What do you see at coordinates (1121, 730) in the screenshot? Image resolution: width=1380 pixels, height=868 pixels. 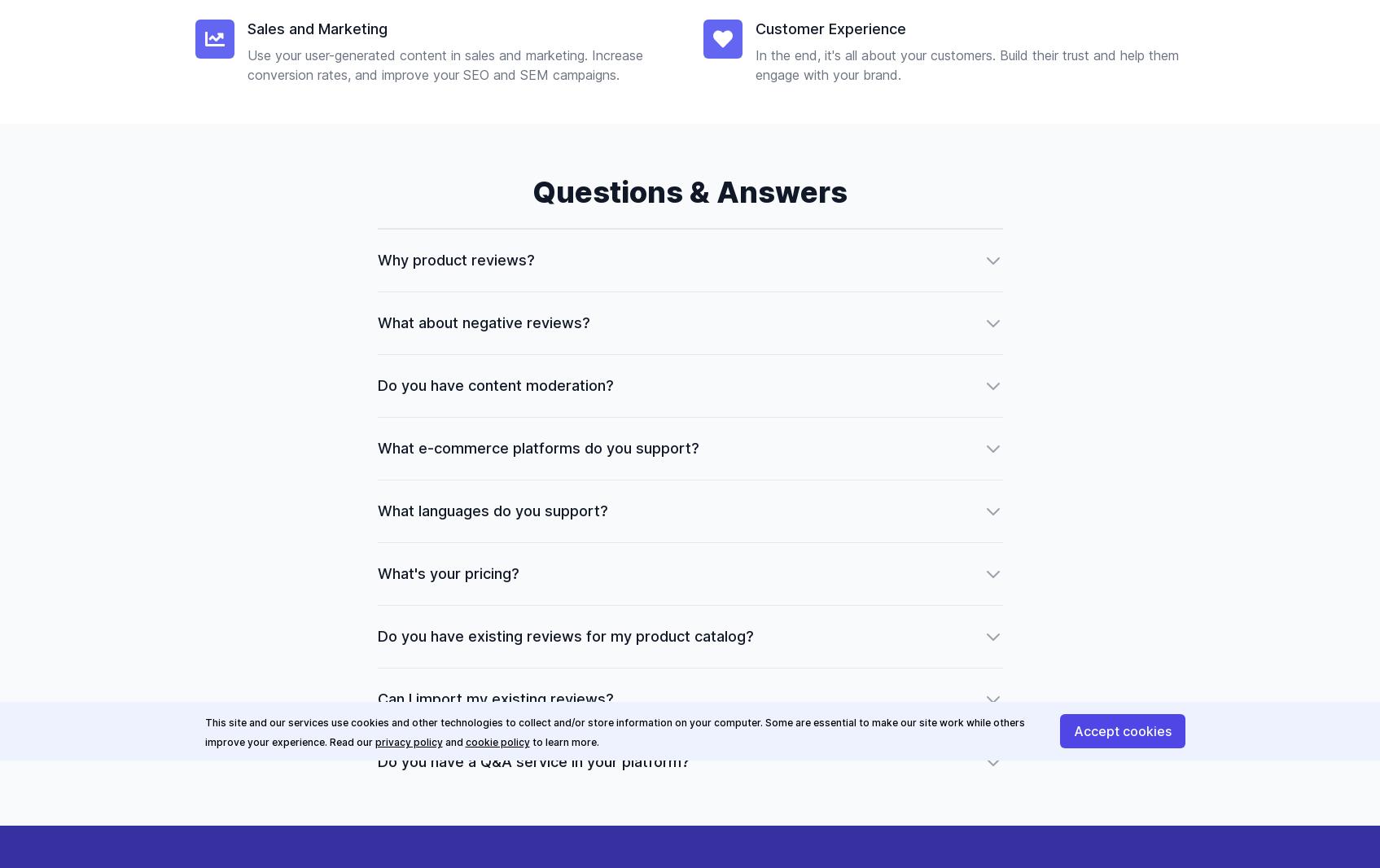 I see `'Accept cookies'` at bounding box center [1121, 730].